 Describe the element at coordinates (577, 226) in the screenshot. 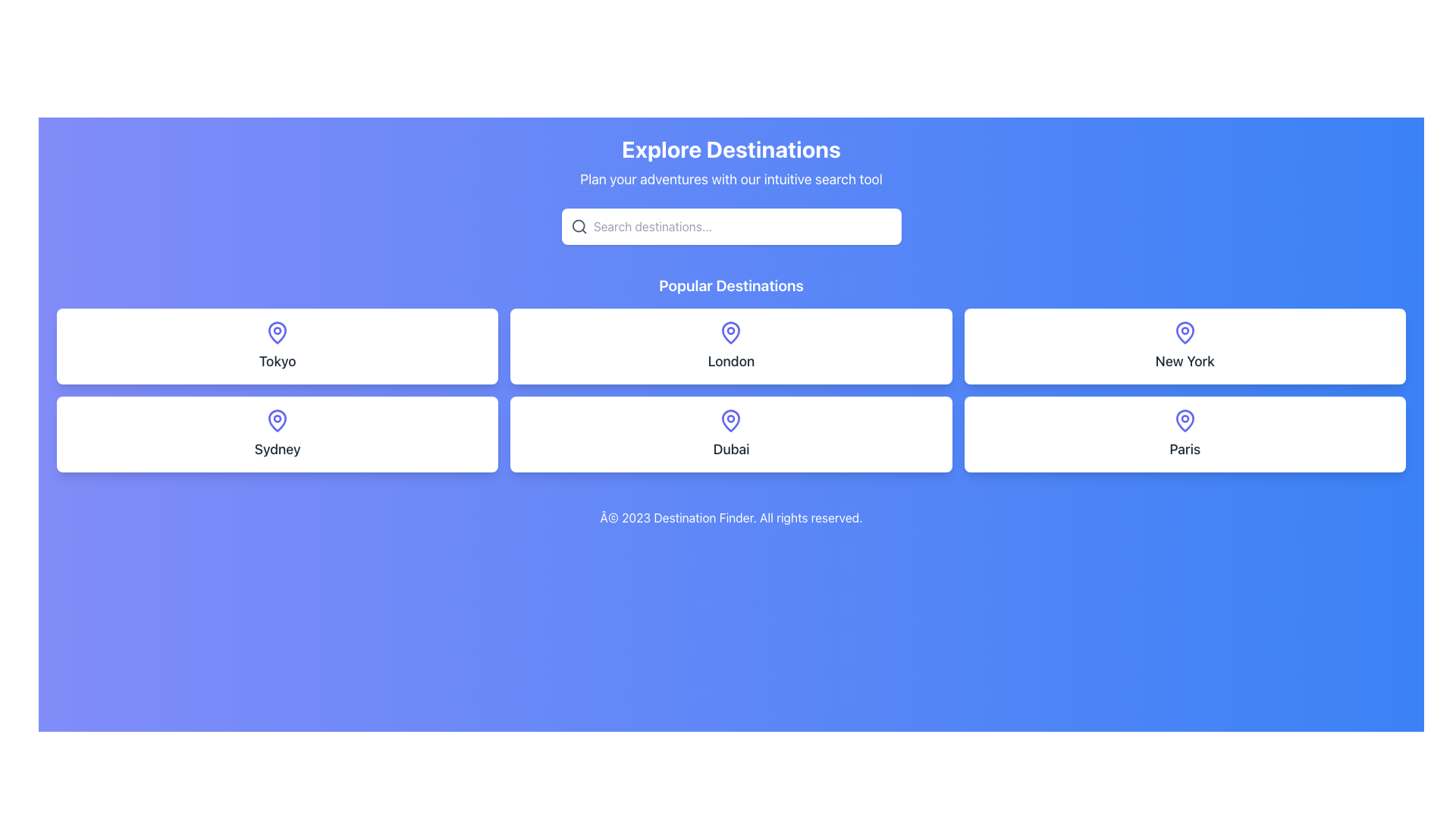

I see `the circle element representing the search functionality within the magnifying glass icon in the top section of the interface` at that location.